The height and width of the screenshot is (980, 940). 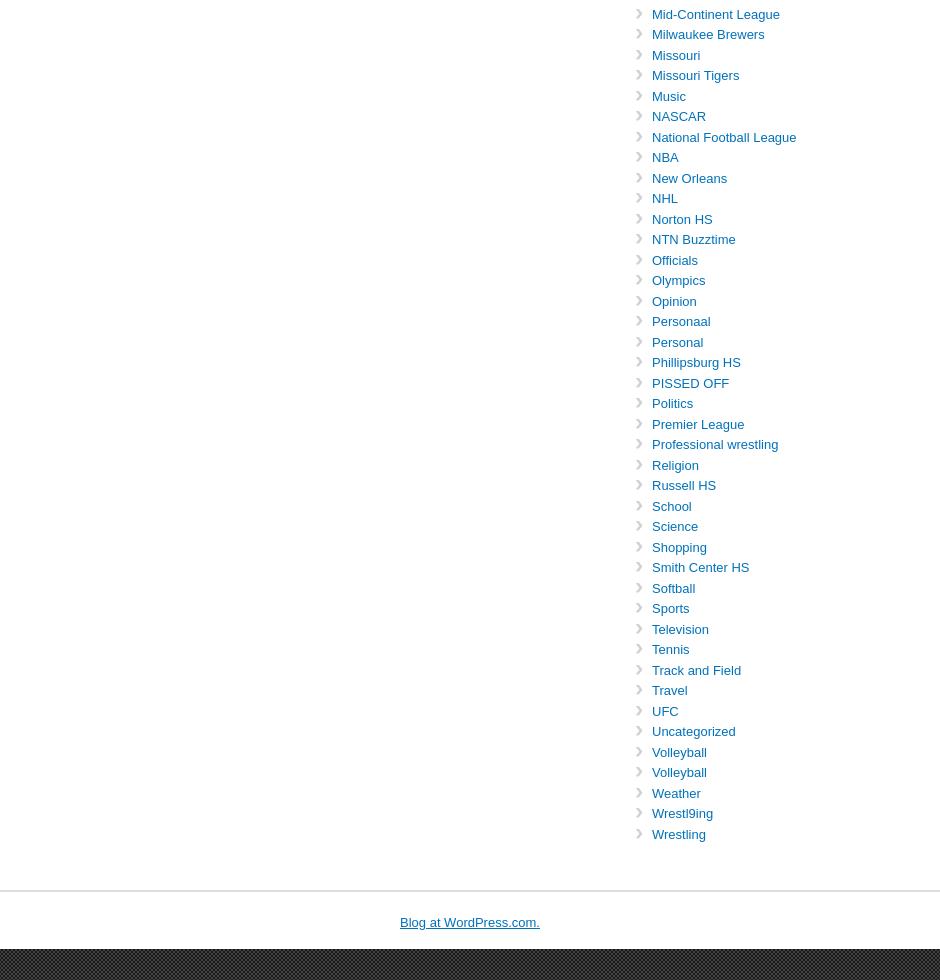 I want to click on 'Tennis', so click(x=669, y=649).